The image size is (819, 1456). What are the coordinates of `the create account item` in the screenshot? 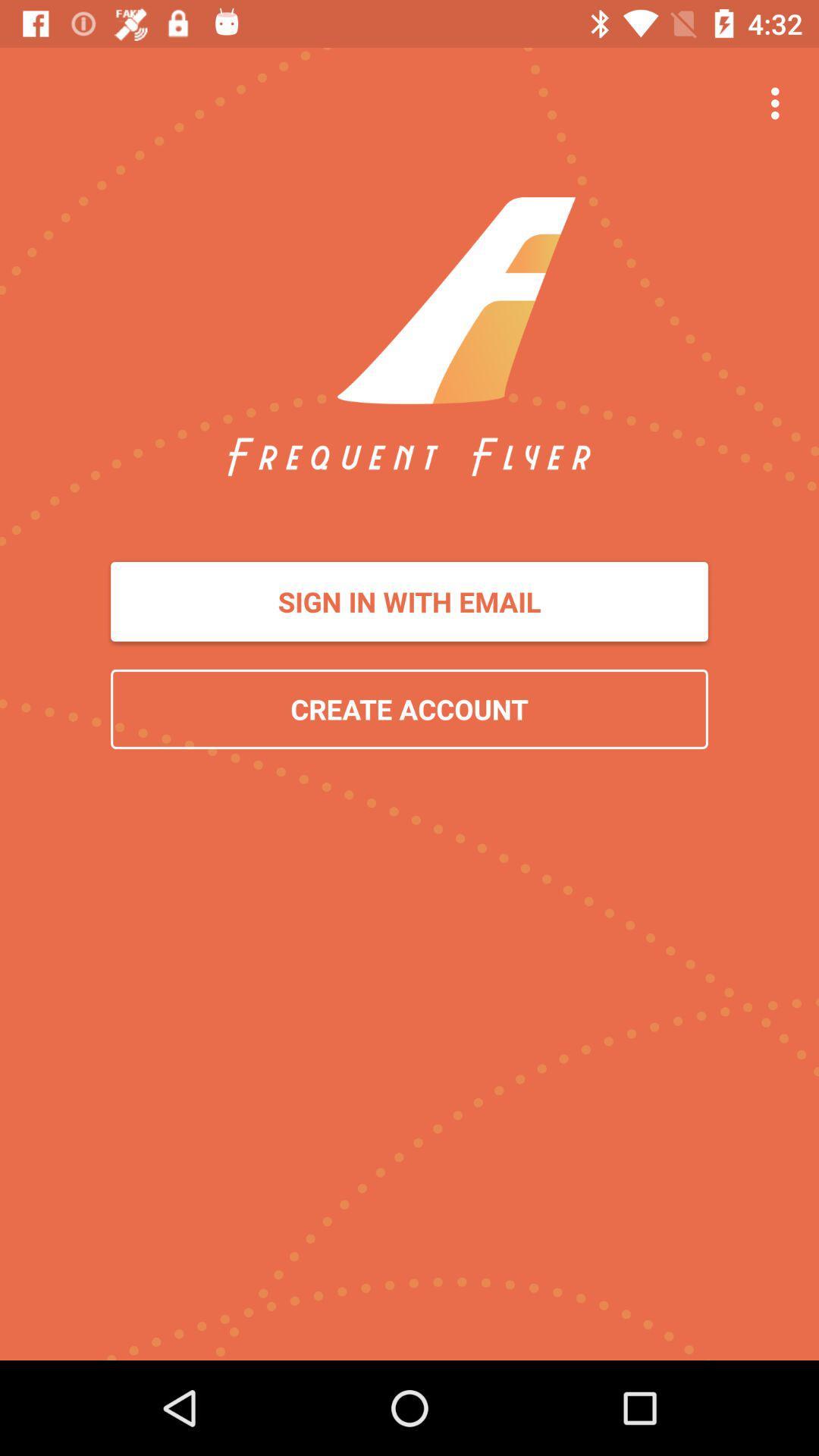 It's located at (409, 708).